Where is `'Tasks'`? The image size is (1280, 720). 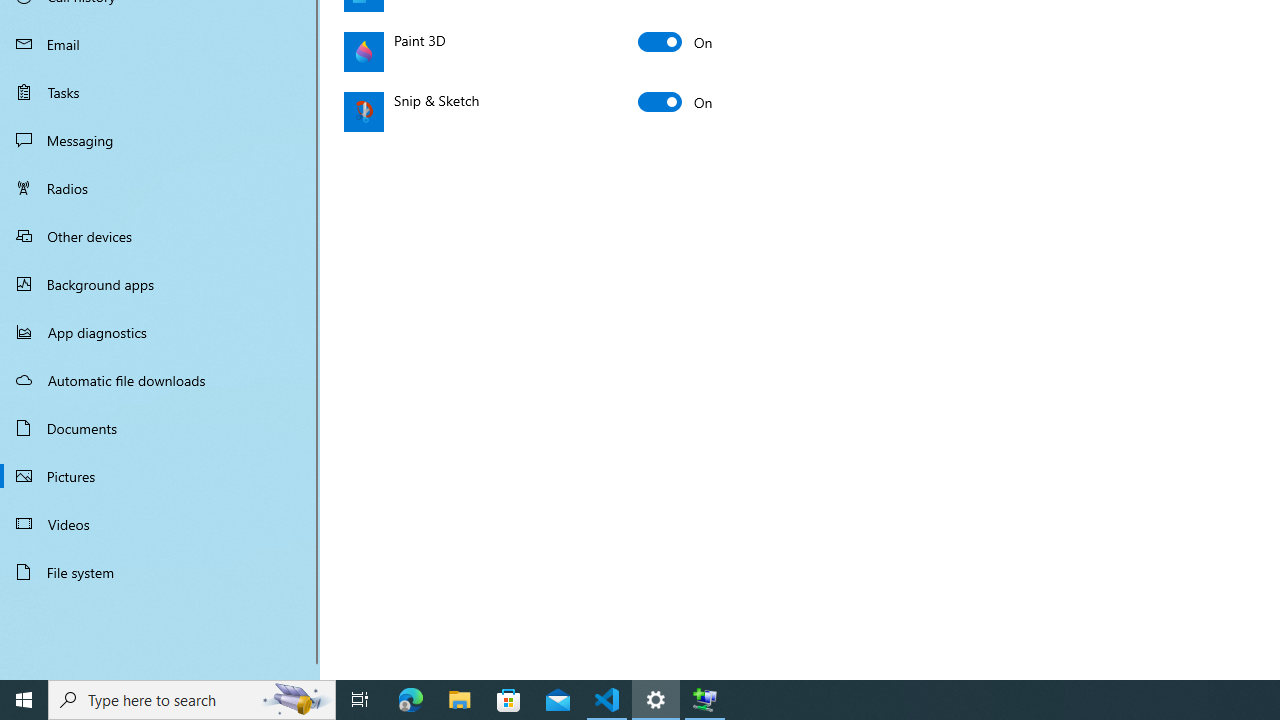 'Tasks' is located at coordinates (160, 91).